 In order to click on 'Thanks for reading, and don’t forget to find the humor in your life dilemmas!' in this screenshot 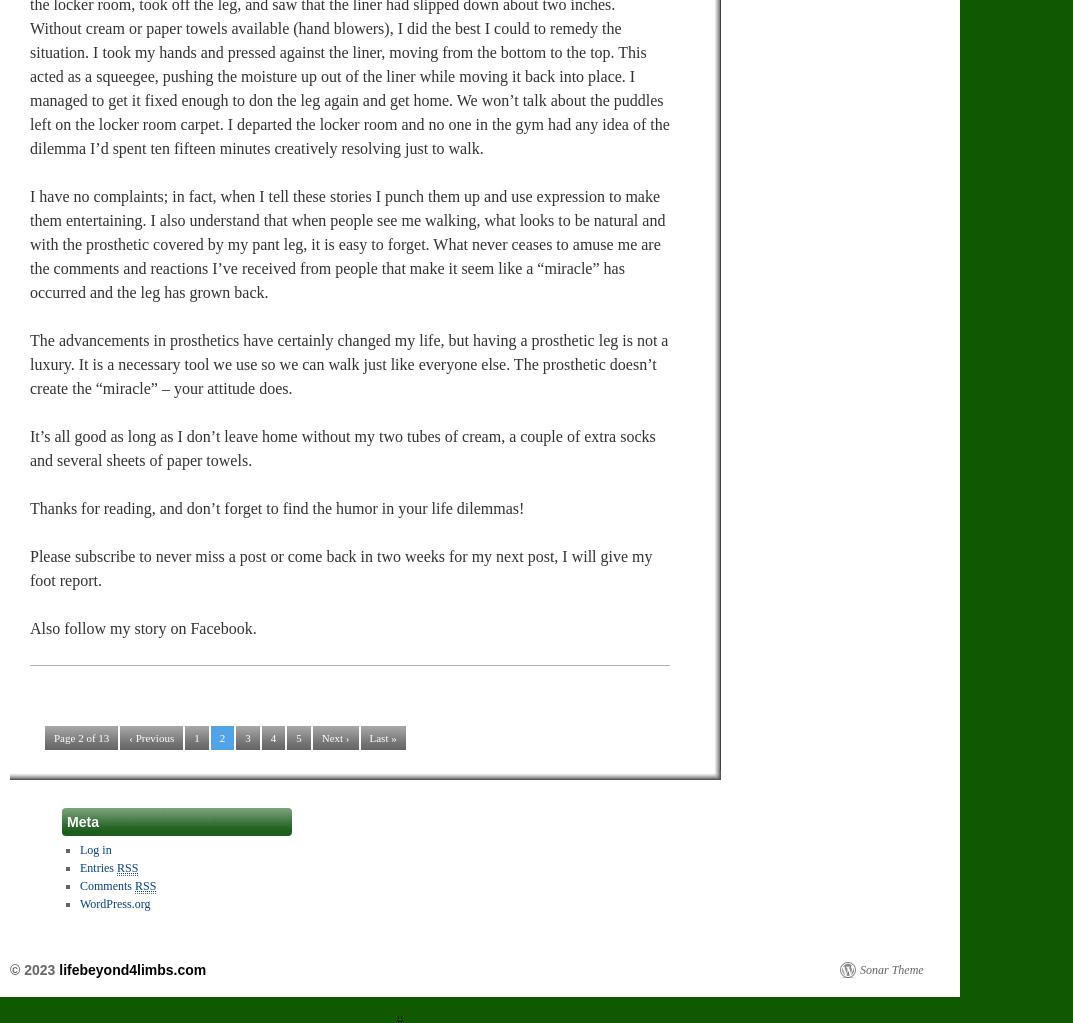, I will do `click(276, 507)`.